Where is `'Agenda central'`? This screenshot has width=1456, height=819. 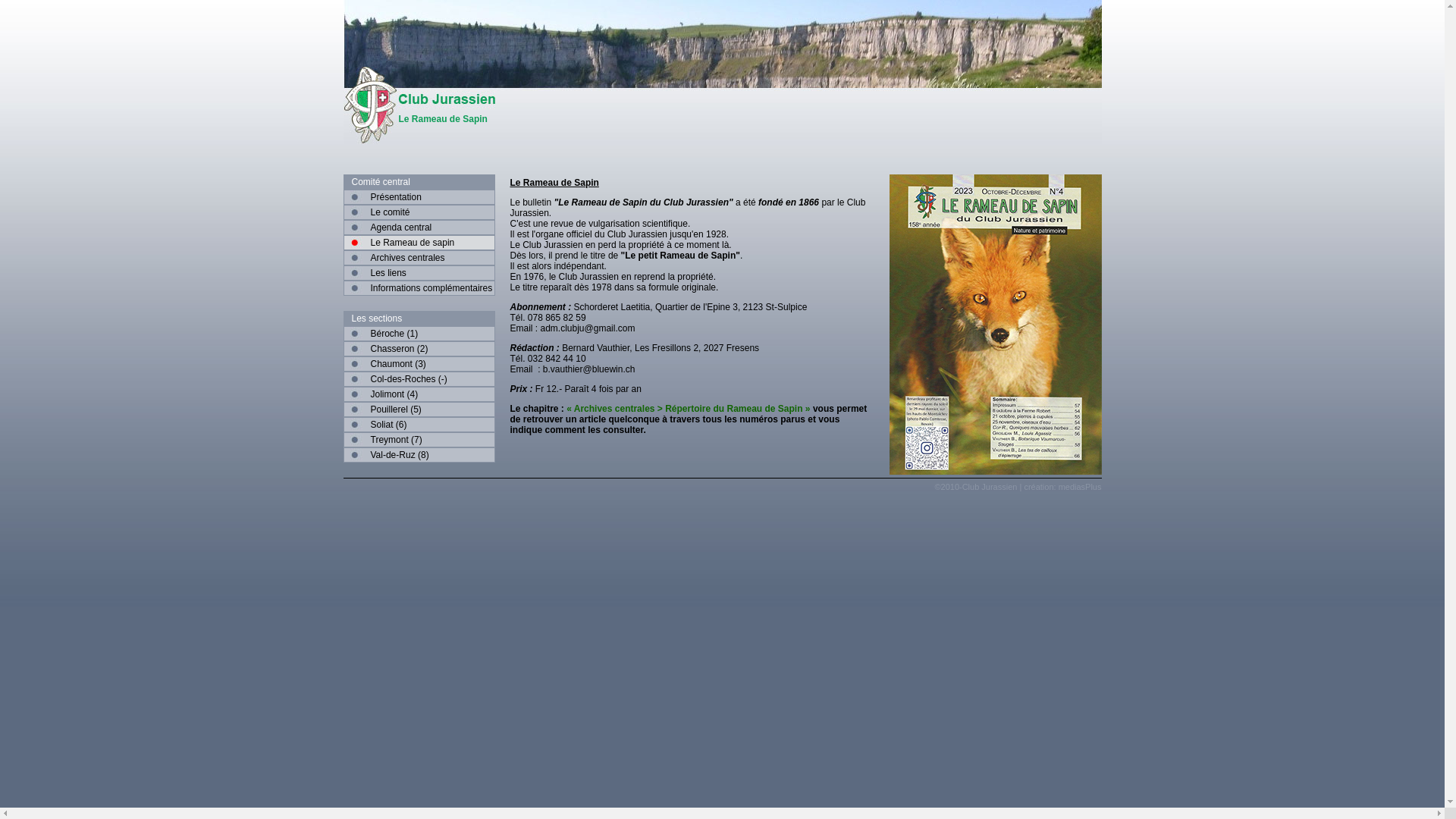 'Agenda central' is located at coordinates (419, 227).